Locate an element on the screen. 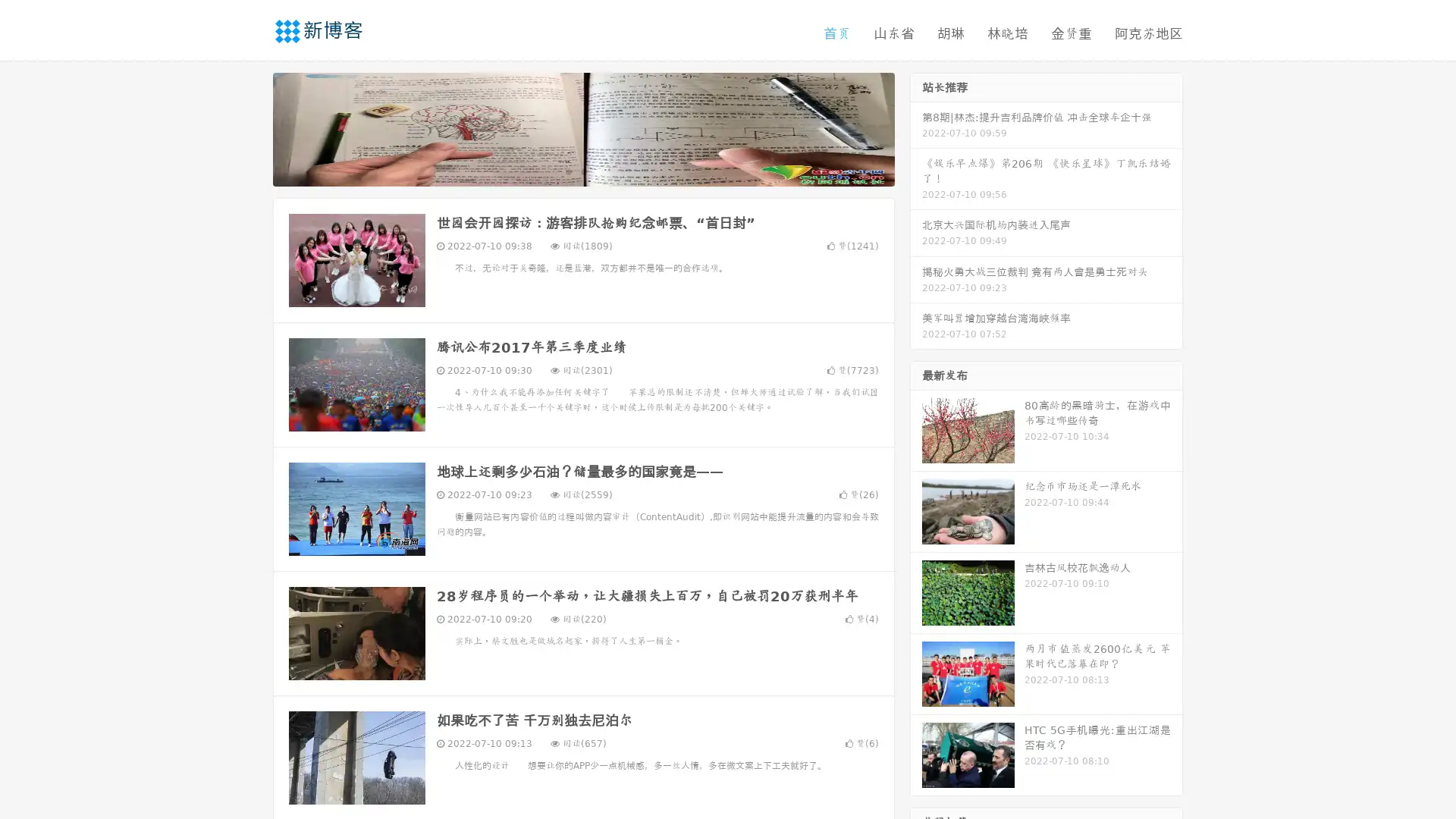 The width and height of the screenshot is (1456, 819). Go to slide 1 is located at coordinates (567, 171).